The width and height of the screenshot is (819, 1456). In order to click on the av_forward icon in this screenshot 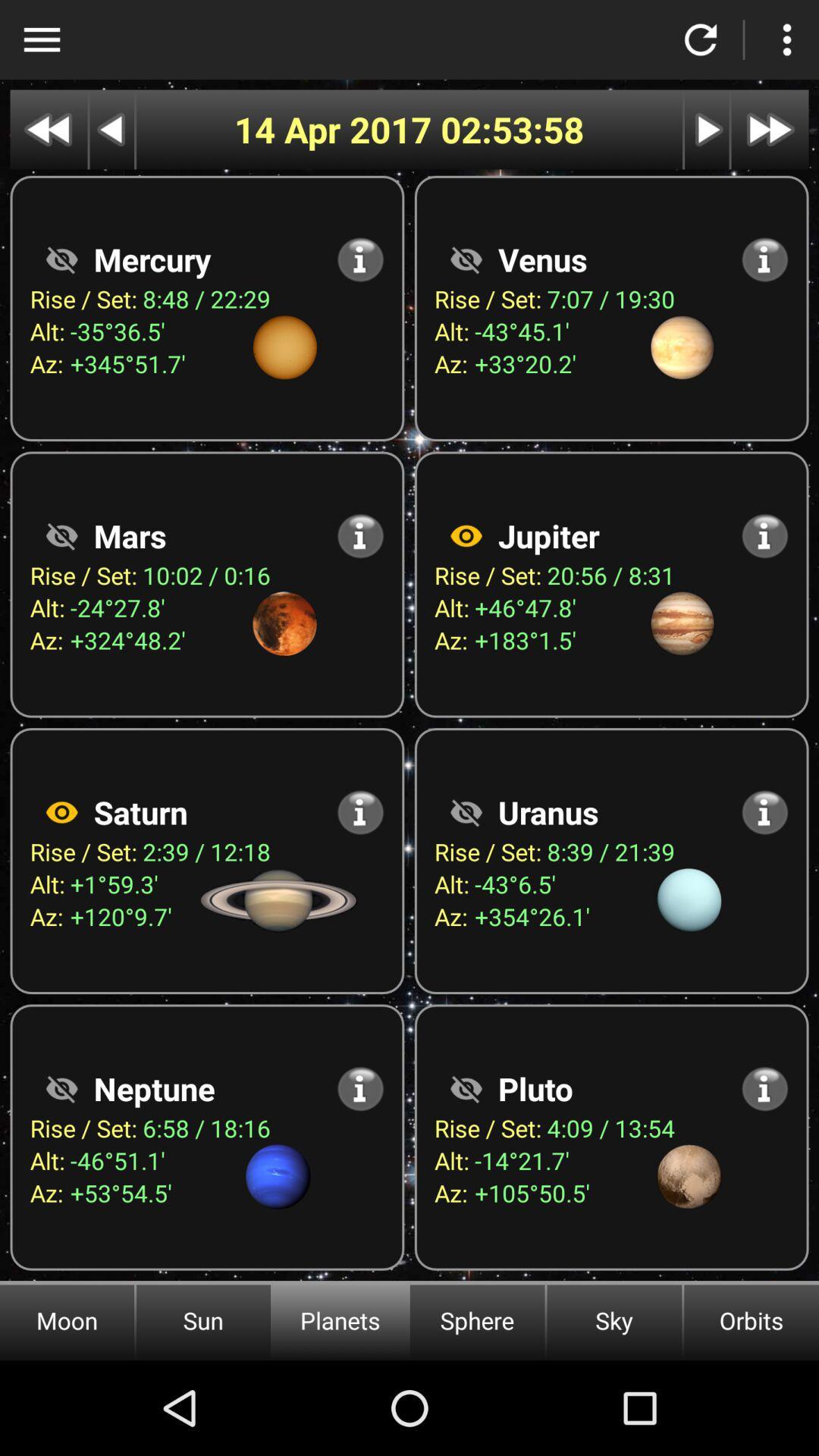, I will do `click(770, 130)`.